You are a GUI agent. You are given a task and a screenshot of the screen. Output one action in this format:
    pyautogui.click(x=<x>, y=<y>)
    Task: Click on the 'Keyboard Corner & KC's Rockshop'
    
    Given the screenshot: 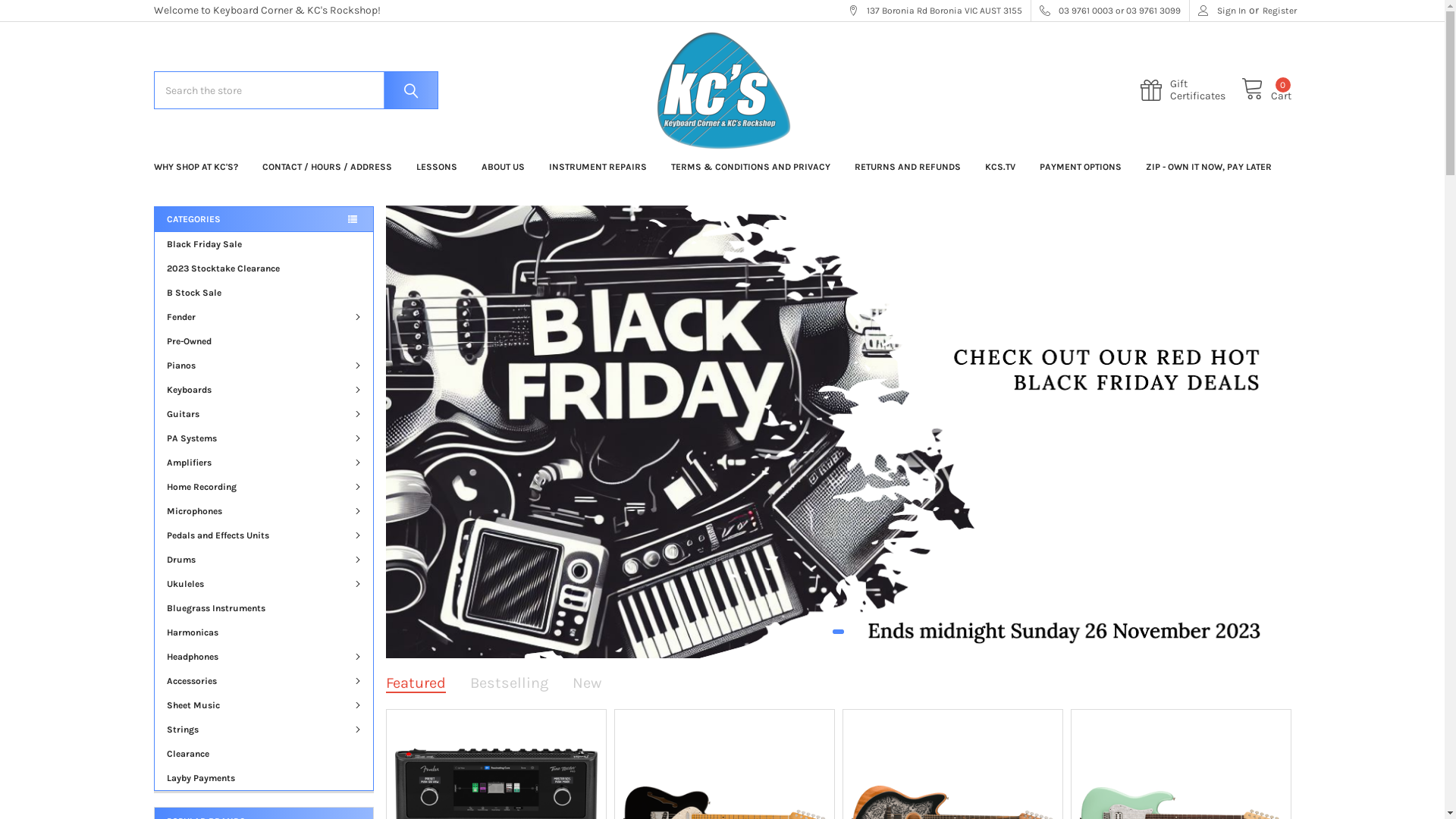 What is the action you would take?
    pyautogui.click(x=721, y=90)
    